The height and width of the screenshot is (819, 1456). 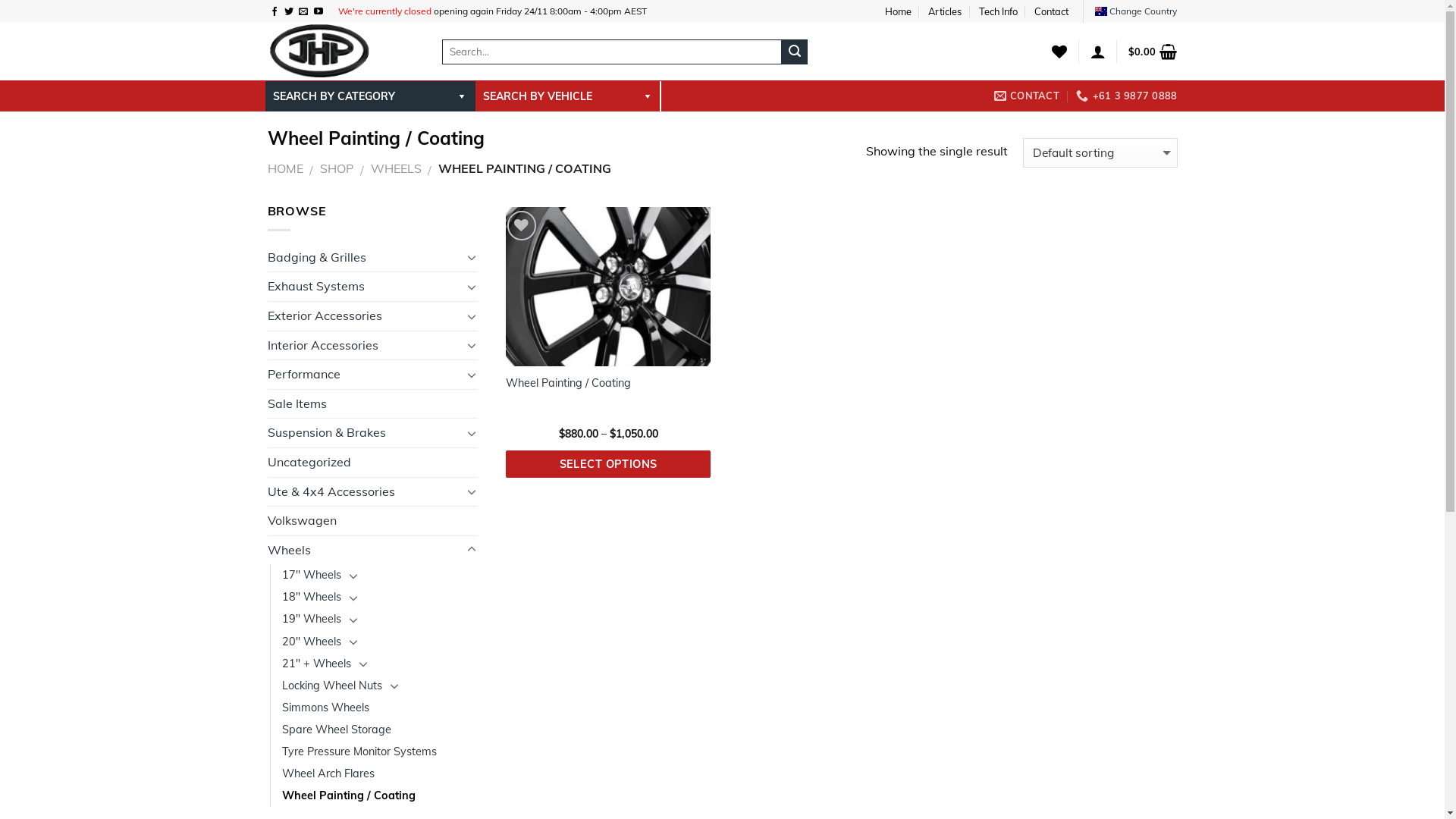 I want to click on 'Exterior Accessories', so click(x=266, y=315).